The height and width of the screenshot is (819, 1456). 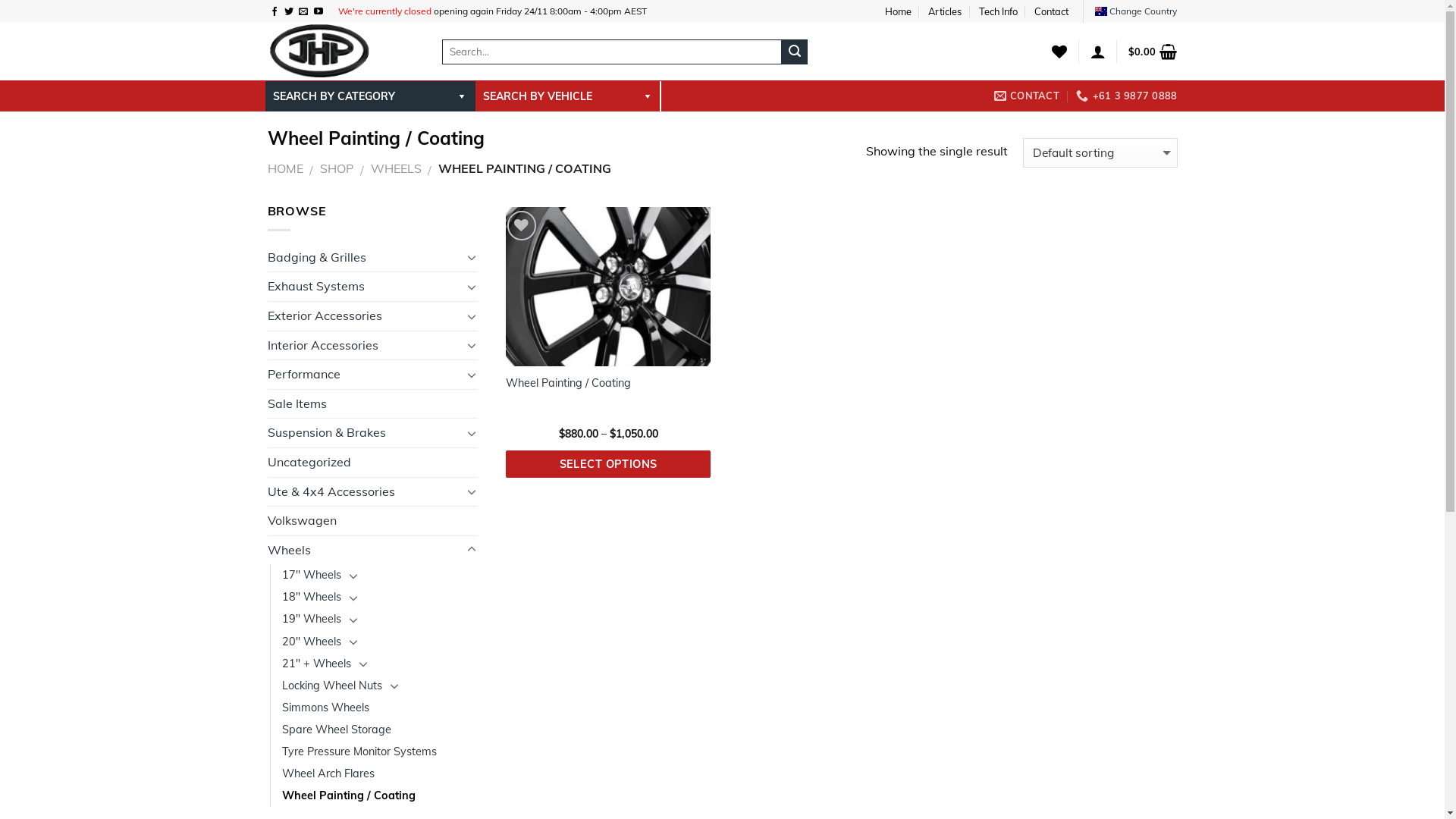 I want to click on 'Exterior Accessories', so click(x=266, y=315).